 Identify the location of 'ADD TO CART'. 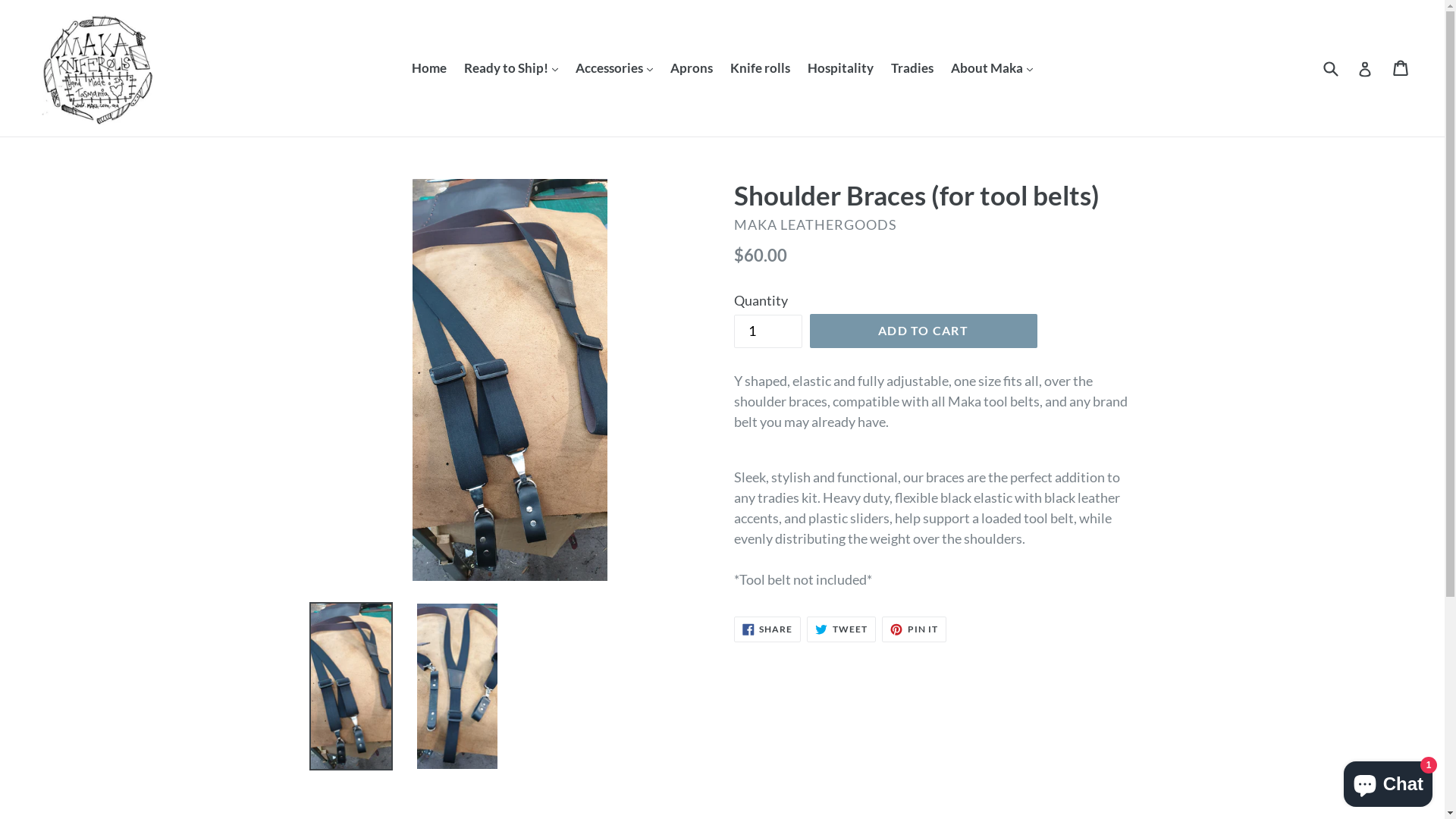
(923, 329).